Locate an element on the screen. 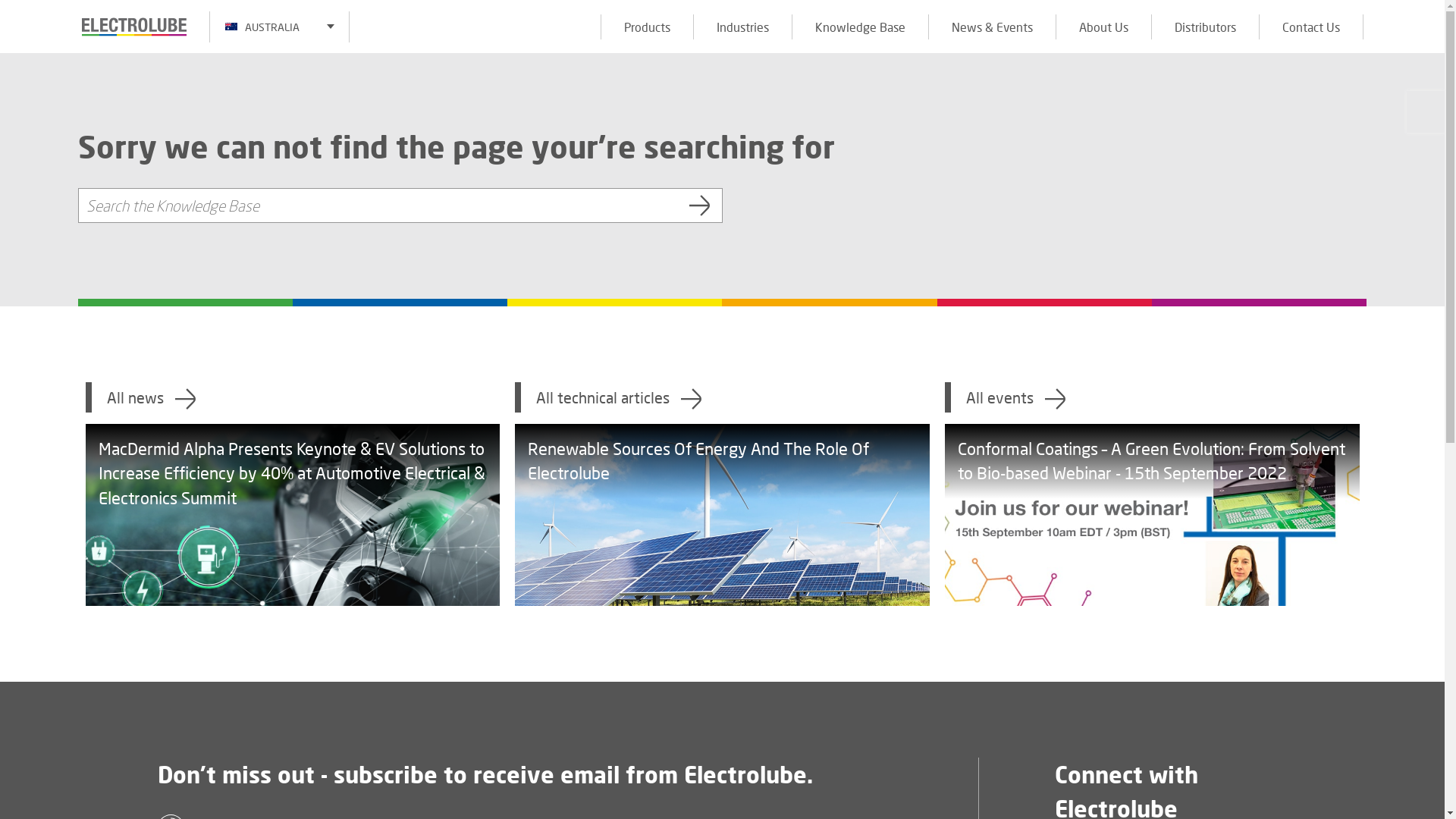  'About Us' is located at coordinates (1055, 26).